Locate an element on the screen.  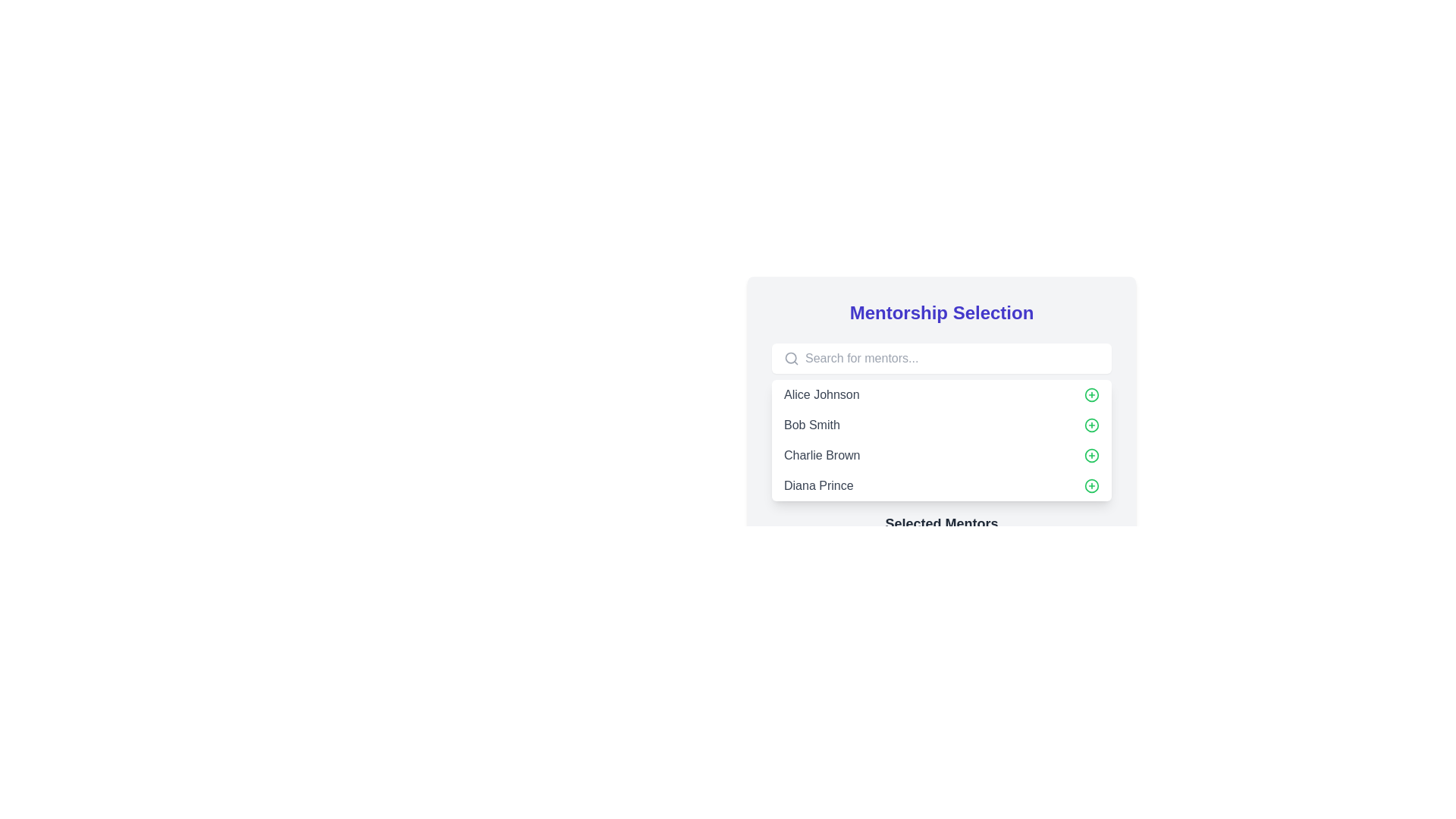
the circular button with a green outline and a green plus sign next to 'Diana Prince' is located at coordinates (1092, 425).